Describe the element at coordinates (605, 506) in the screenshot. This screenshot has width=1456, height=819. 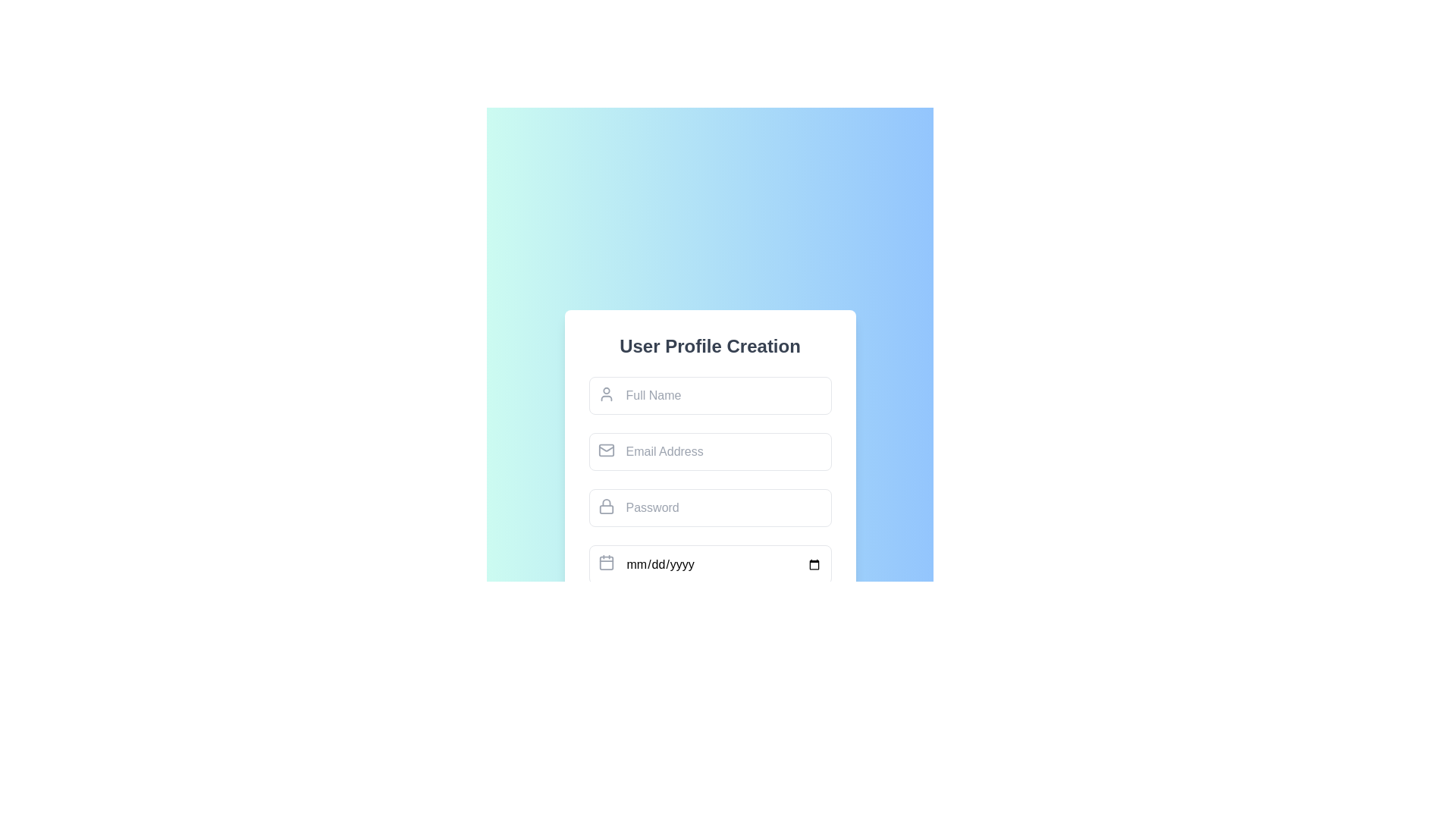
I see `the lock icon SVG element located on the left side of the password input field` at that location.